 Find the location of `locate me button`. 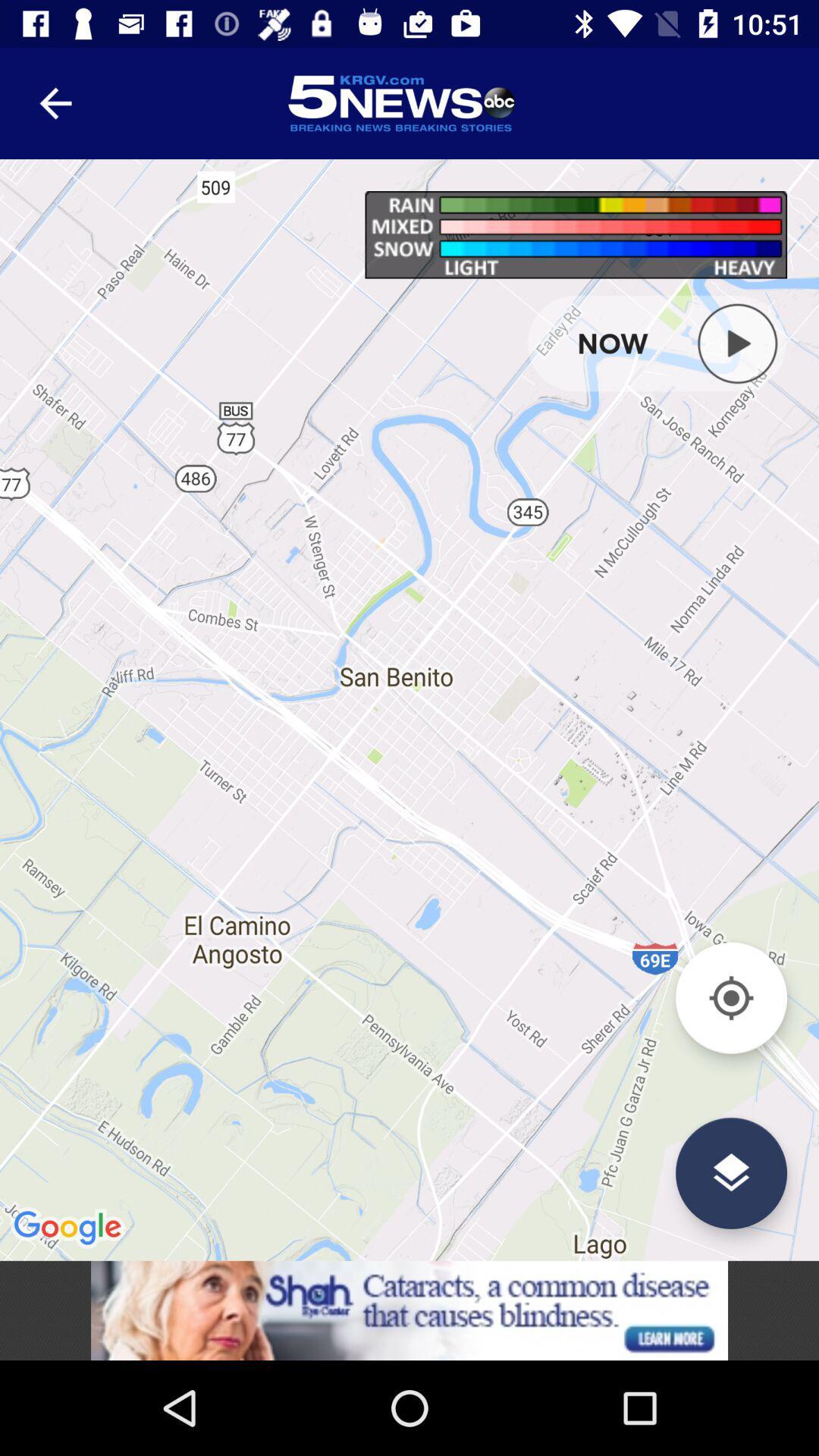

locate me button is located at coordinates (730, 998).